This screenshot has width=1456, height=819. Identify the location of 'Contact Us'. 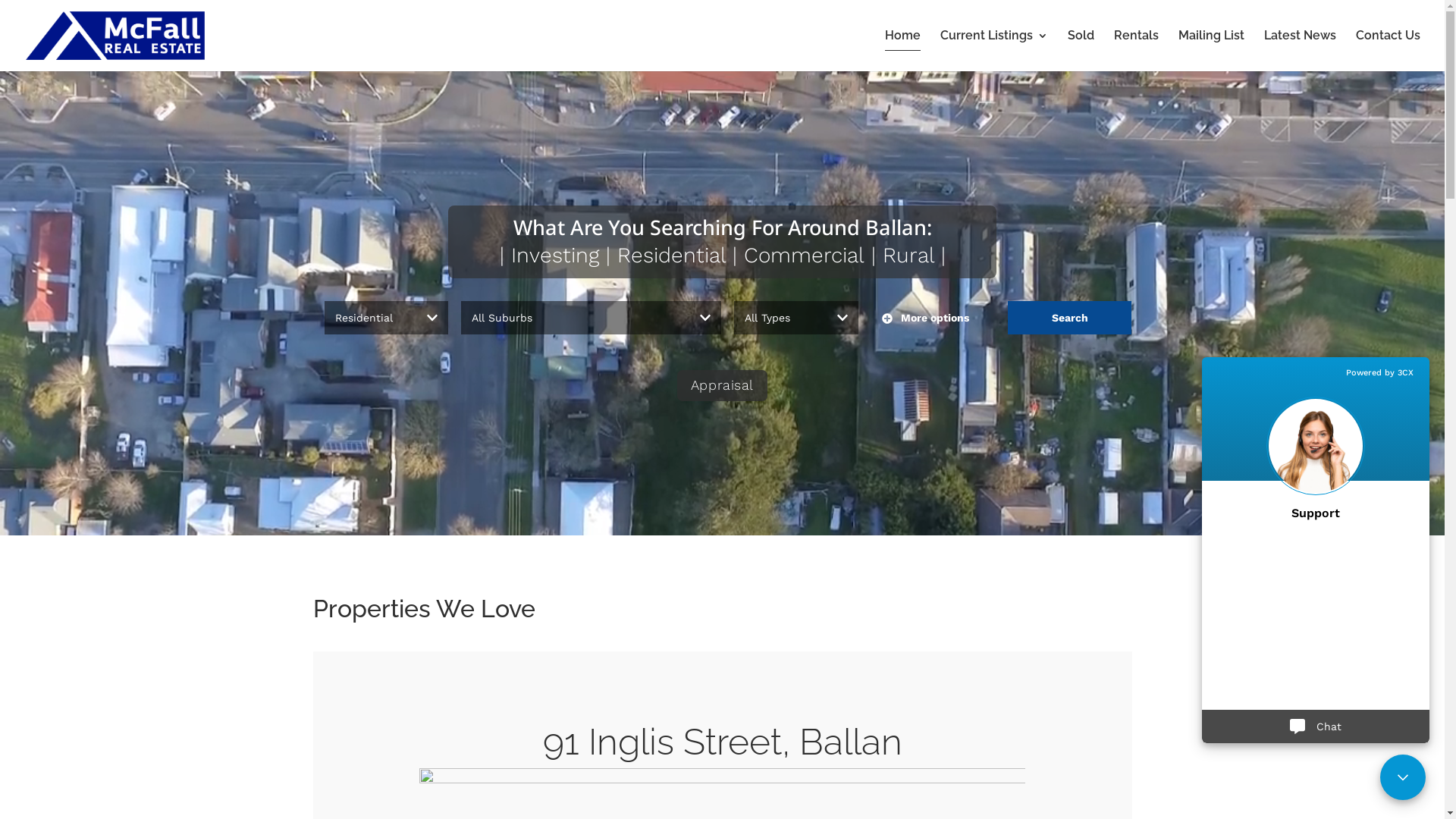
(1388, 49).